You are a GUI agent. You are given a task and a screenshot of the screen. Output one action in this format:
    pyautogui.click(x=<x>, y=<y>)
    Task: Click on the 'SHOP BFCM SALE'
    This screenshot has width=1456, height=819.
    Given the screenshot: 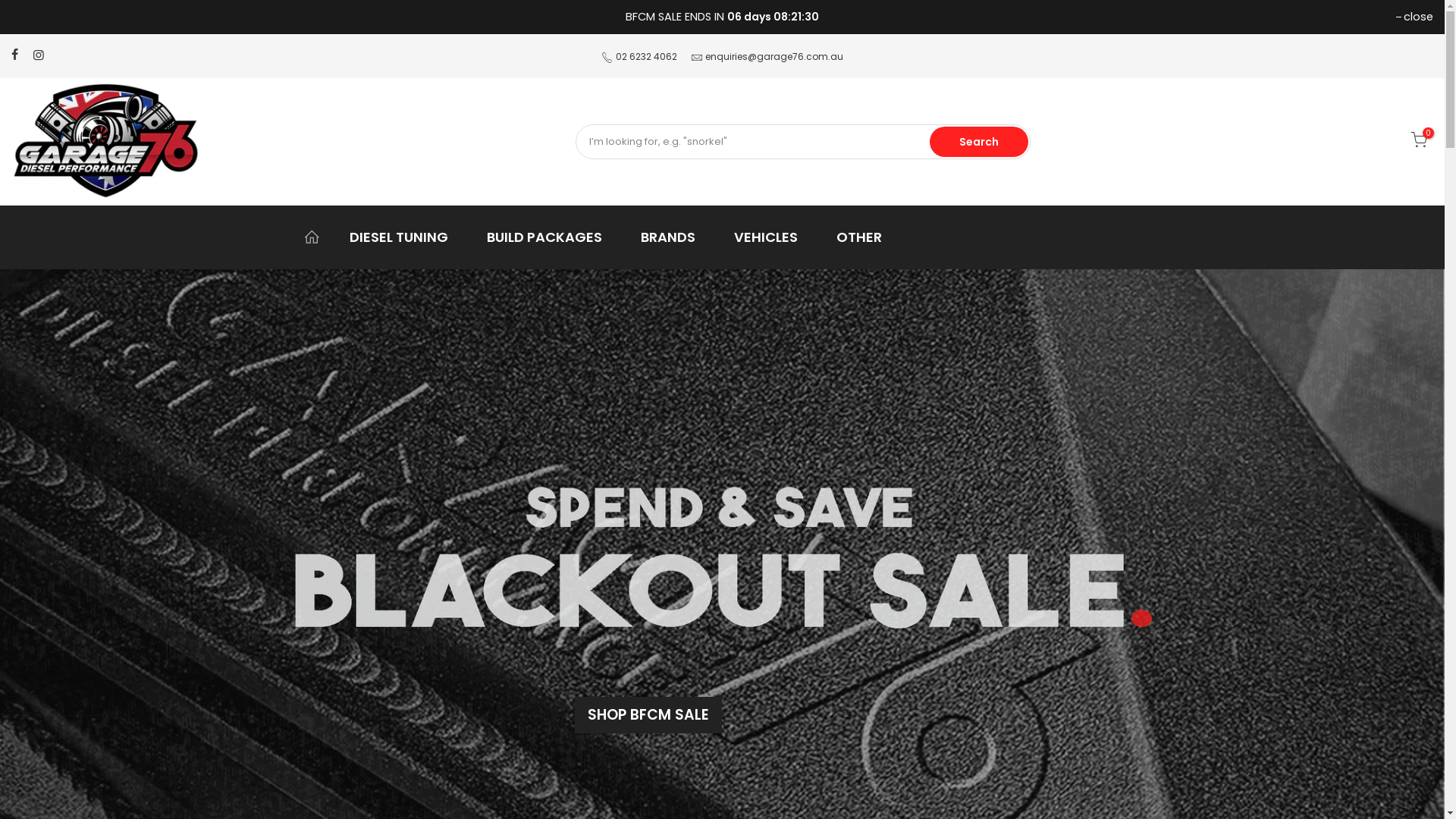 What is the action you would take?
    pyautogui.click(x=648, y=714)
    